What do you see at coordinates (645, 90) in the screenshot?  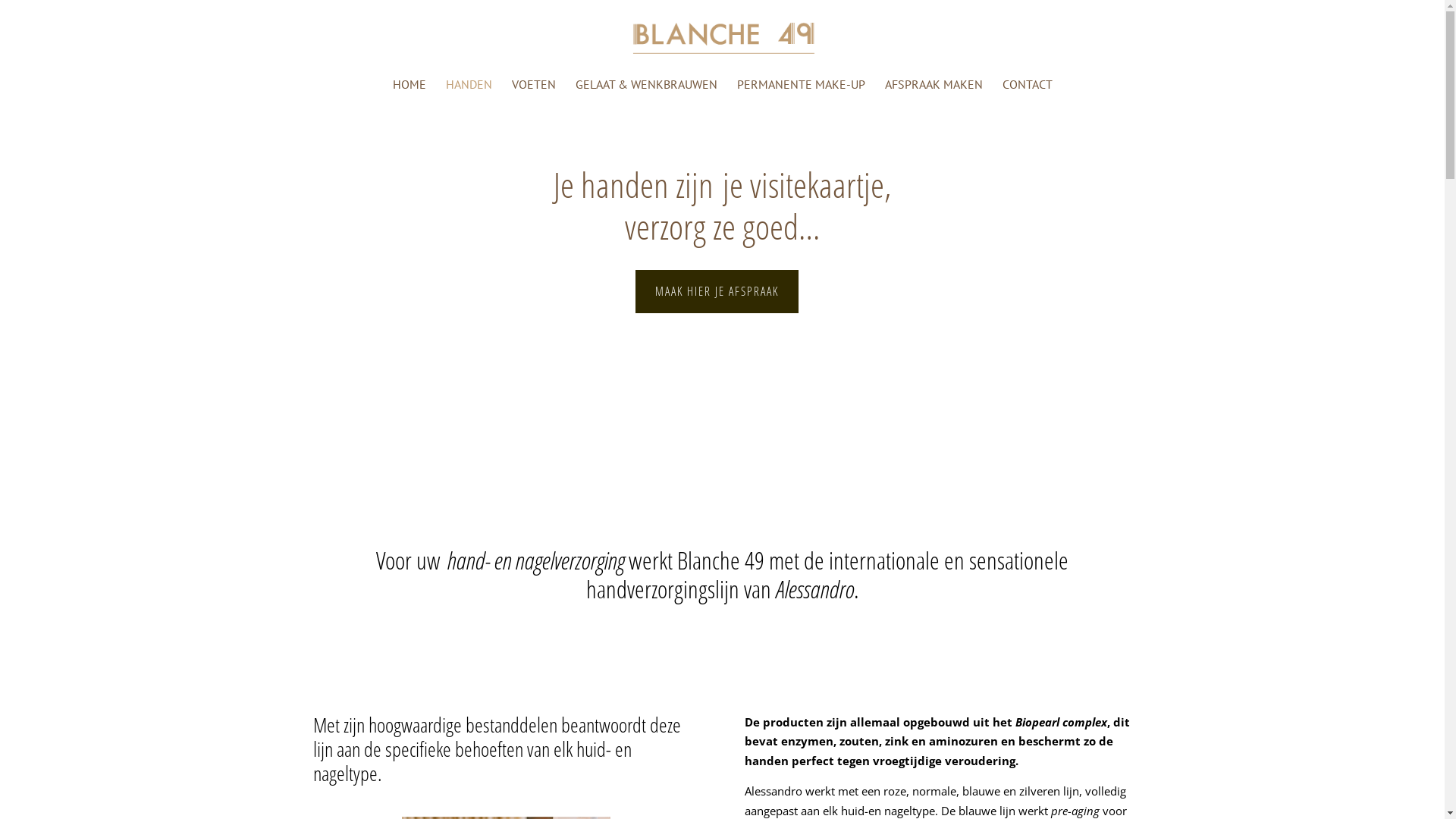 I see `'GELAAT & WENKBRAUWEN'` at bounding box center [645, 90].